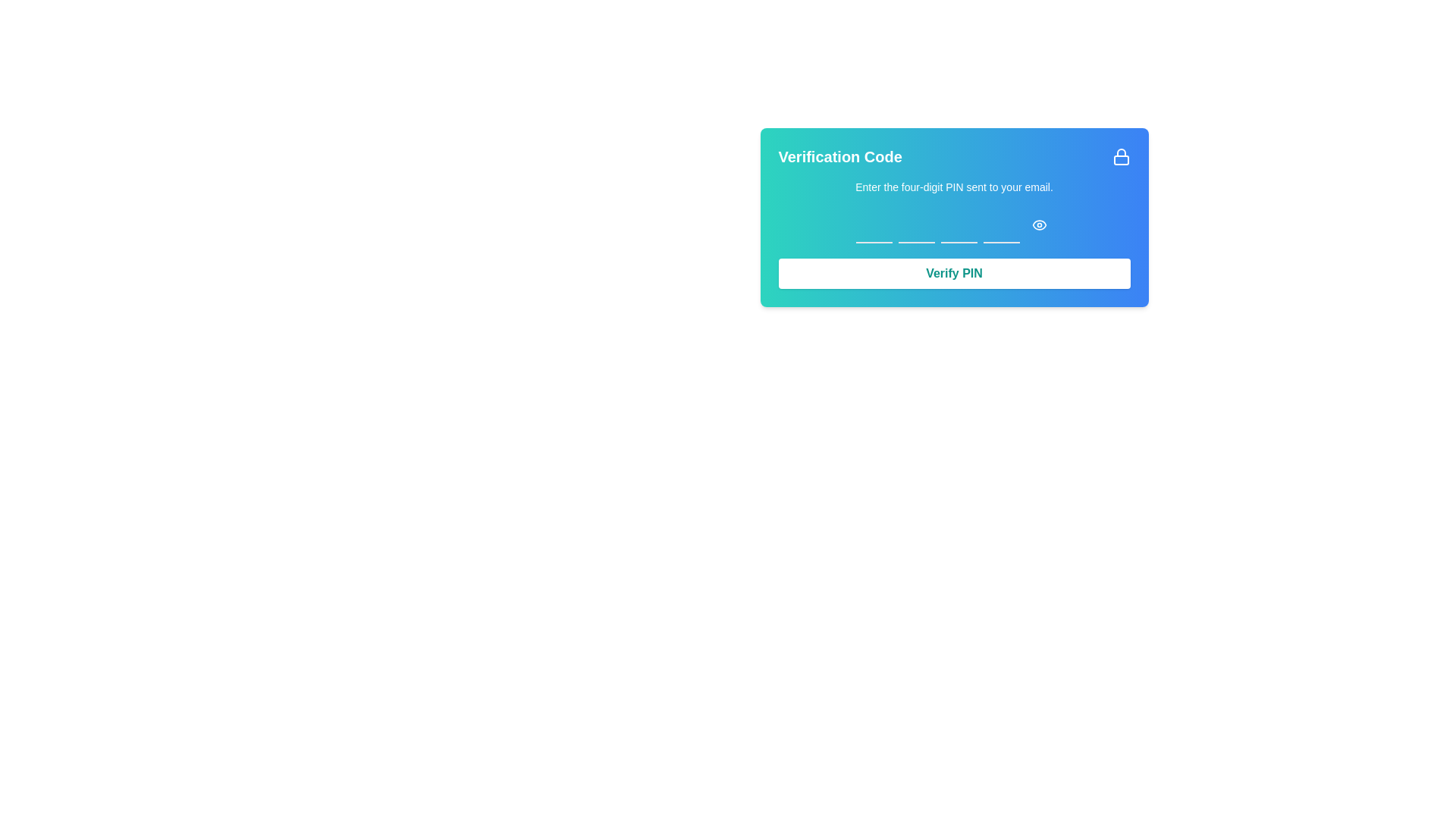  Describe the element at coordinates (1038, 225) in the screenshot. I see `the circular eye icon button located to the right of the verification code input fields` at that location.